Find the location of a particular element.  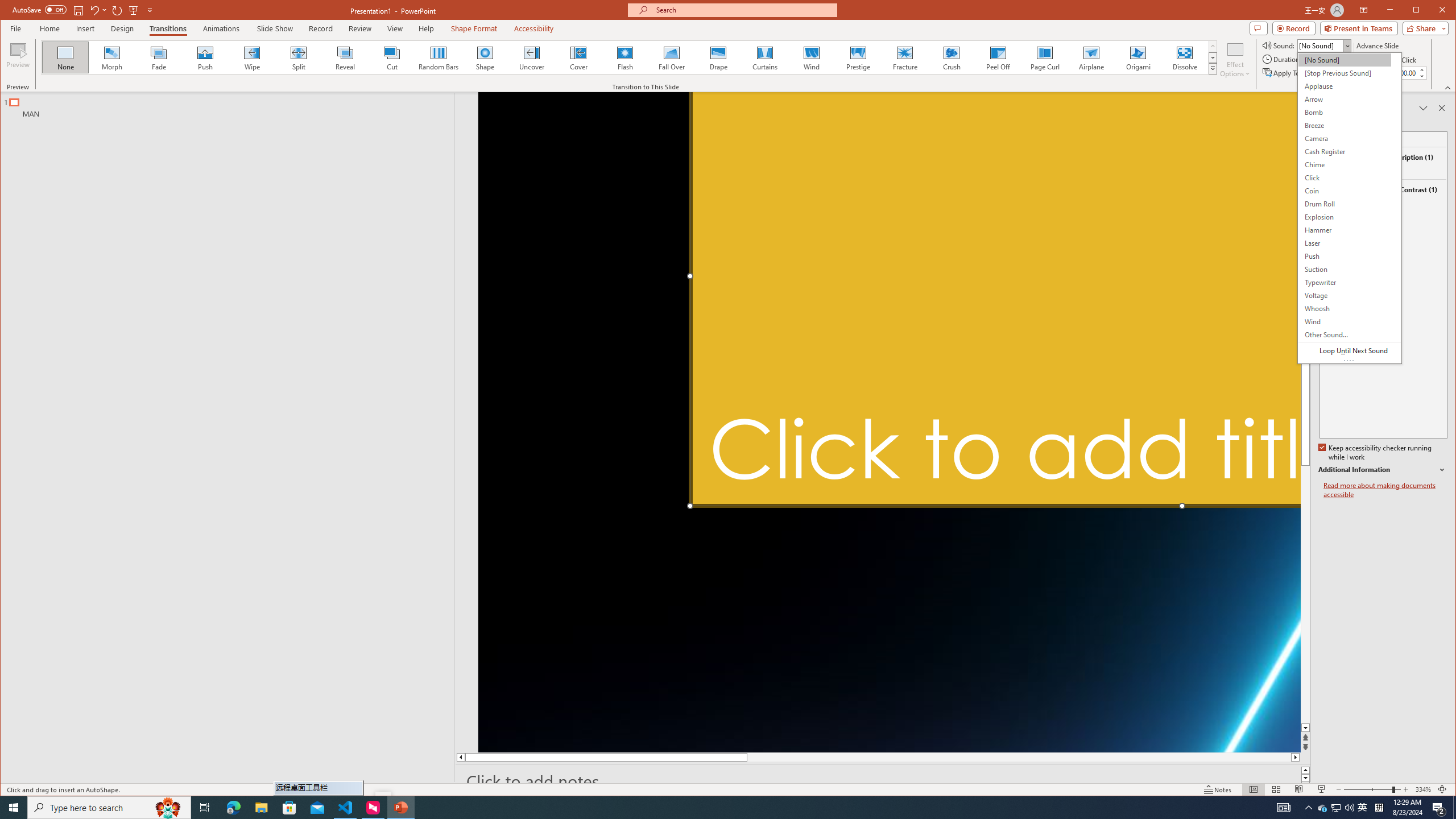

'From Beginning' is located at coordinates (133, 9).